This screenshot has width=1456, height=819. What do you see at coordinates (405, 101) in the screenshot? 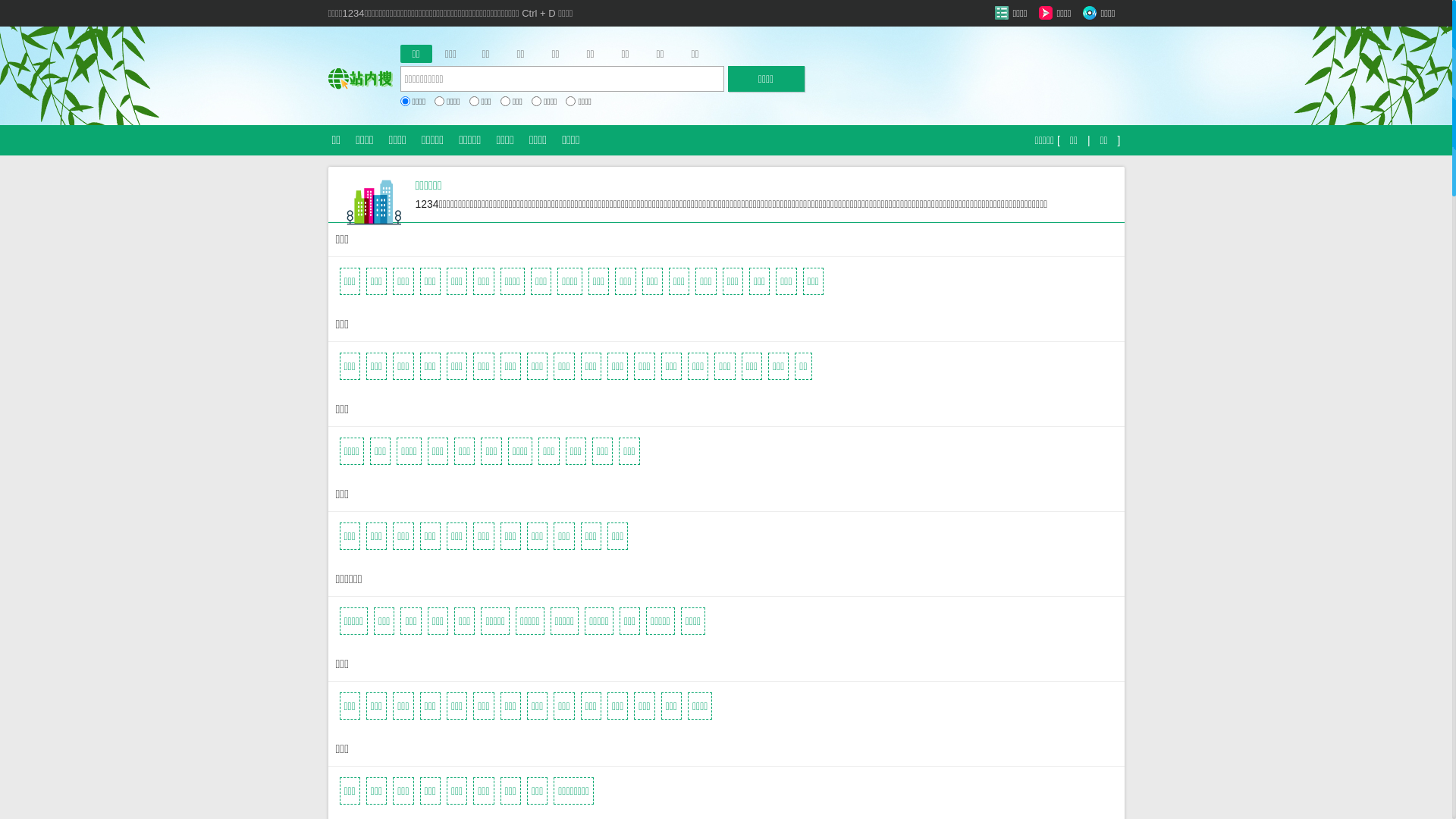
I see `'on'` at bounding box center [405, 101].